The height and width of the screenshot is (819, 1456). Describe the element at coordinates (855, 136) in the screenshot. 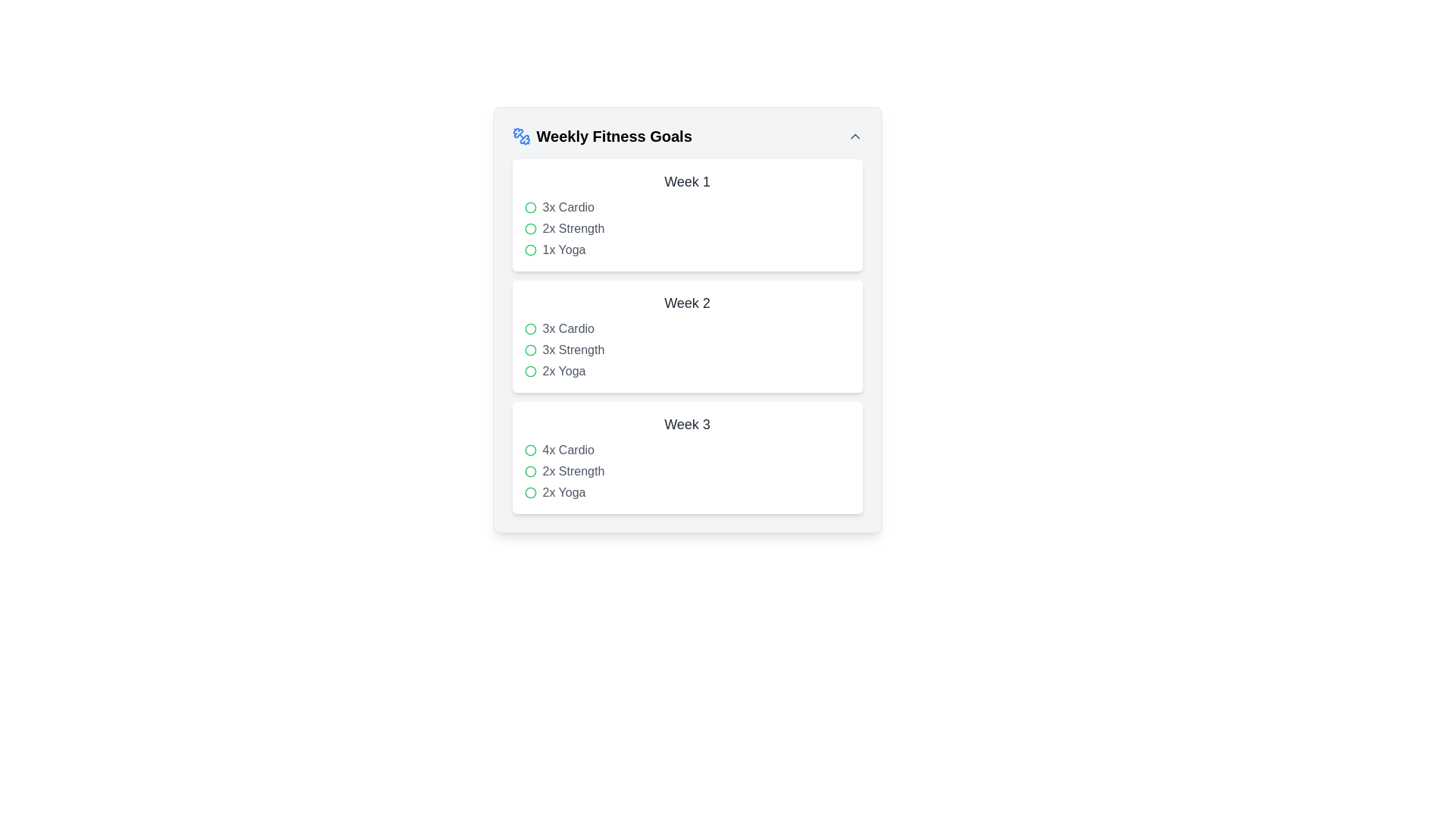

I see `the toggle icon button located at the top-right corner of the 'Weekly Fitness Goals' section to show or hide its contents` at that location.